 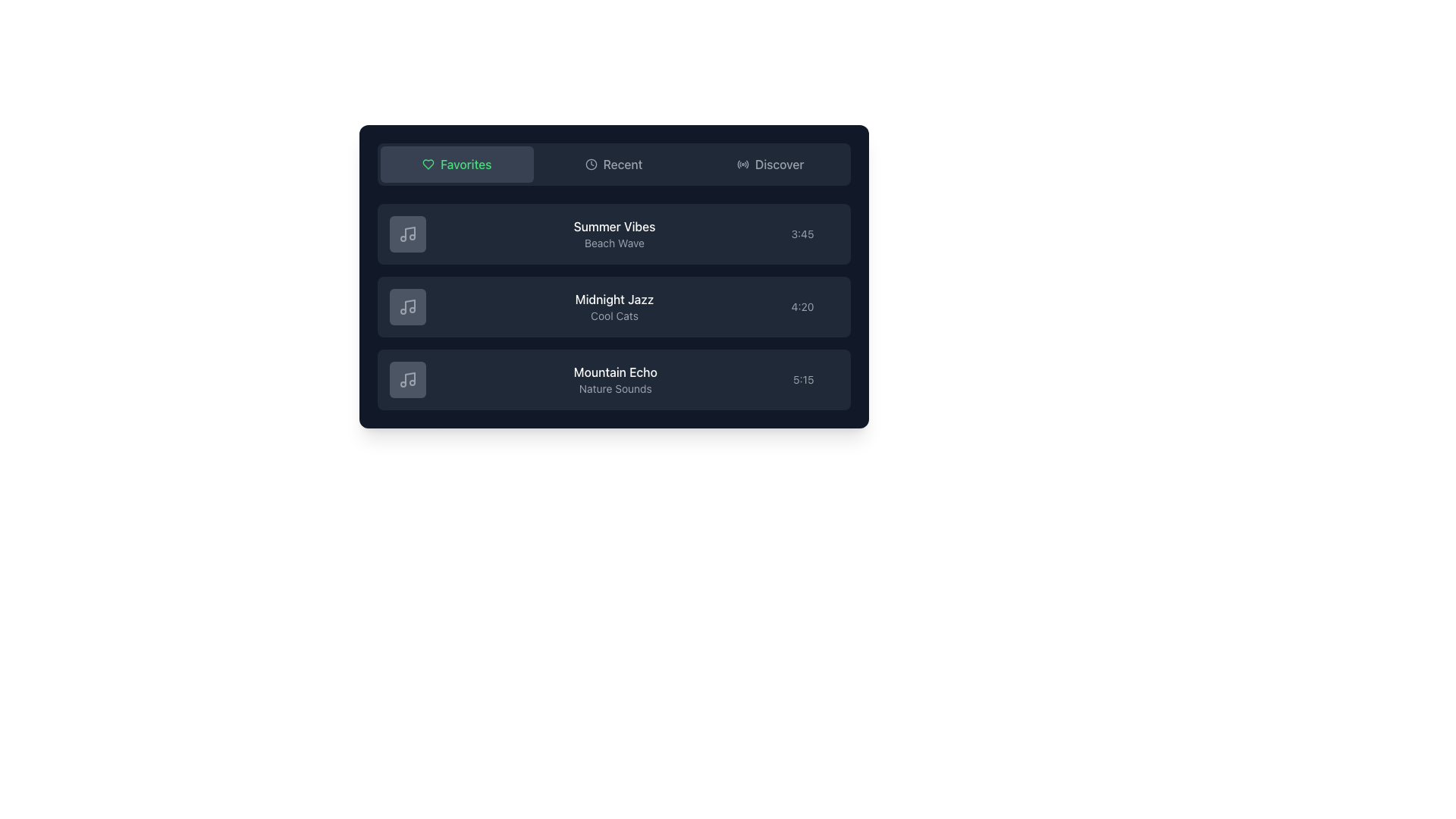 What do you see at coordinates (614, 227) in the screenshot?
I see `the 'Summer Vibes' text label` at bounding box center [614, 227].